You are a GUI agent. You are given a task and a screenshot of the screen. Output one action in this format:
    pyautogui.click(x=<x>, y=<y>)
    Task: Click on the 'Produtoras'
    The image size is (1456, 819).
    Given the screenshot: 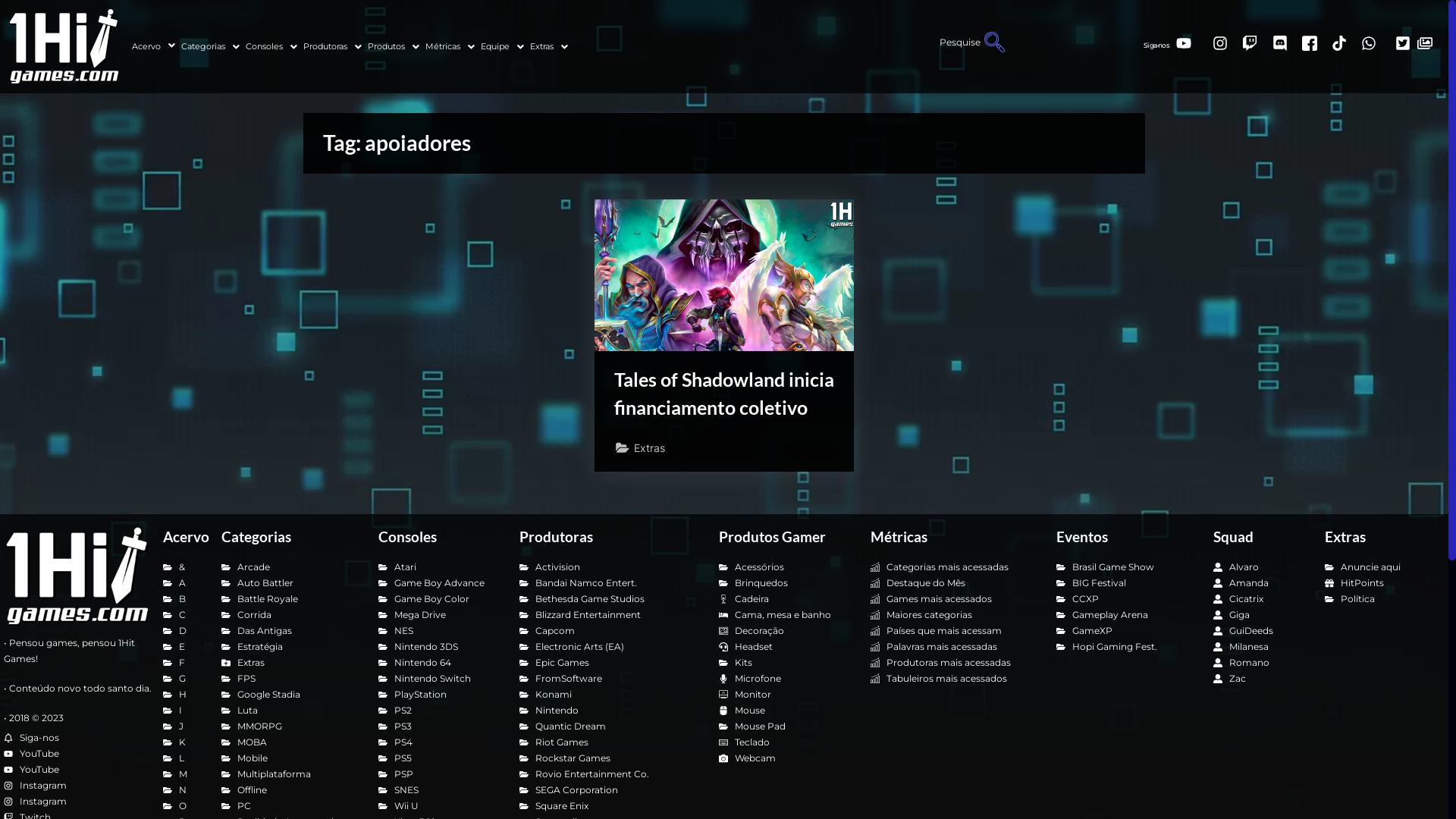 What is the action you would take?
    pyautogui.click(x=555, y=535)
    